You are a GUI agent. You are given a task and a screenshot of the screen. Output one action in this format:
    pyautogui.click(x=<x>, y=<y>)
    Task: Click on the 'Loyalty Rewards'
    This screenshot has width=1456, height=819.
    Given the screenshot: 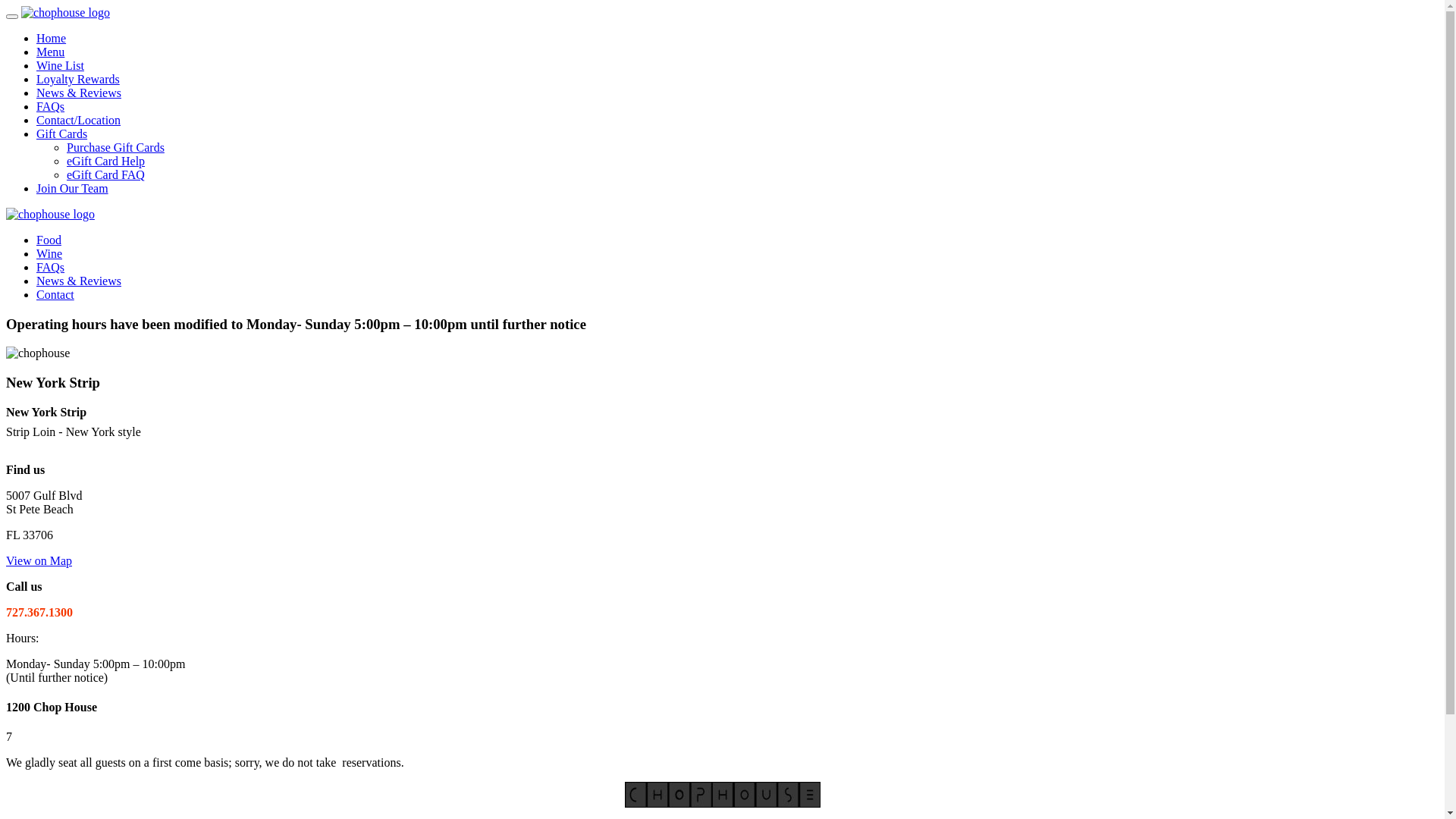 What is the action you would take?
    pyautogui.click(x=77, y=79)
    